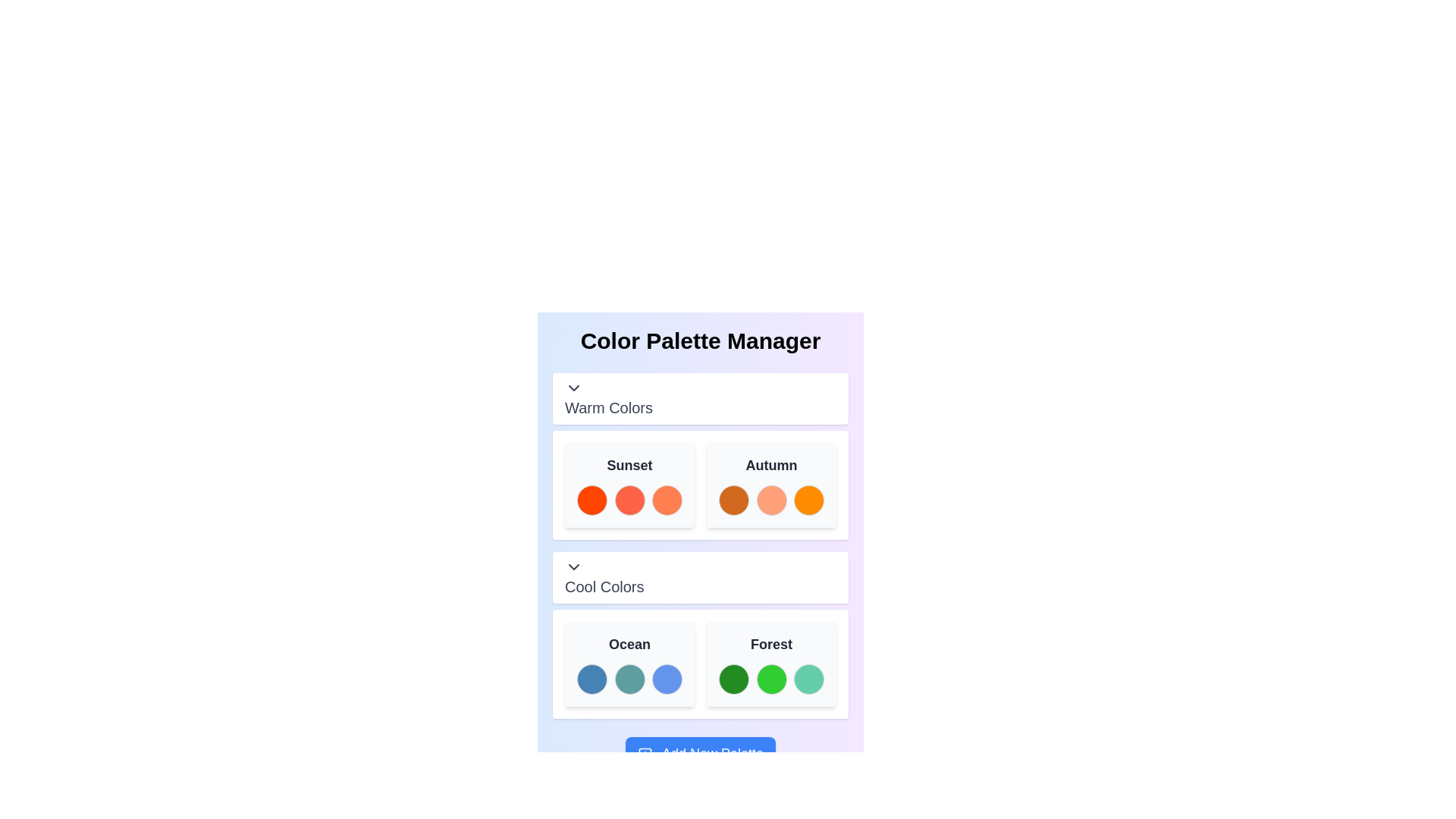 This screenshot has height=819, width=1456. What do you see at coordinates (808, 678) in the screenshot?
I see `the Color option button, which is the third circular button in the horizontal row under the 'Forest' color section in the 'Cool Colors' group` at bounding box center [808, 678].